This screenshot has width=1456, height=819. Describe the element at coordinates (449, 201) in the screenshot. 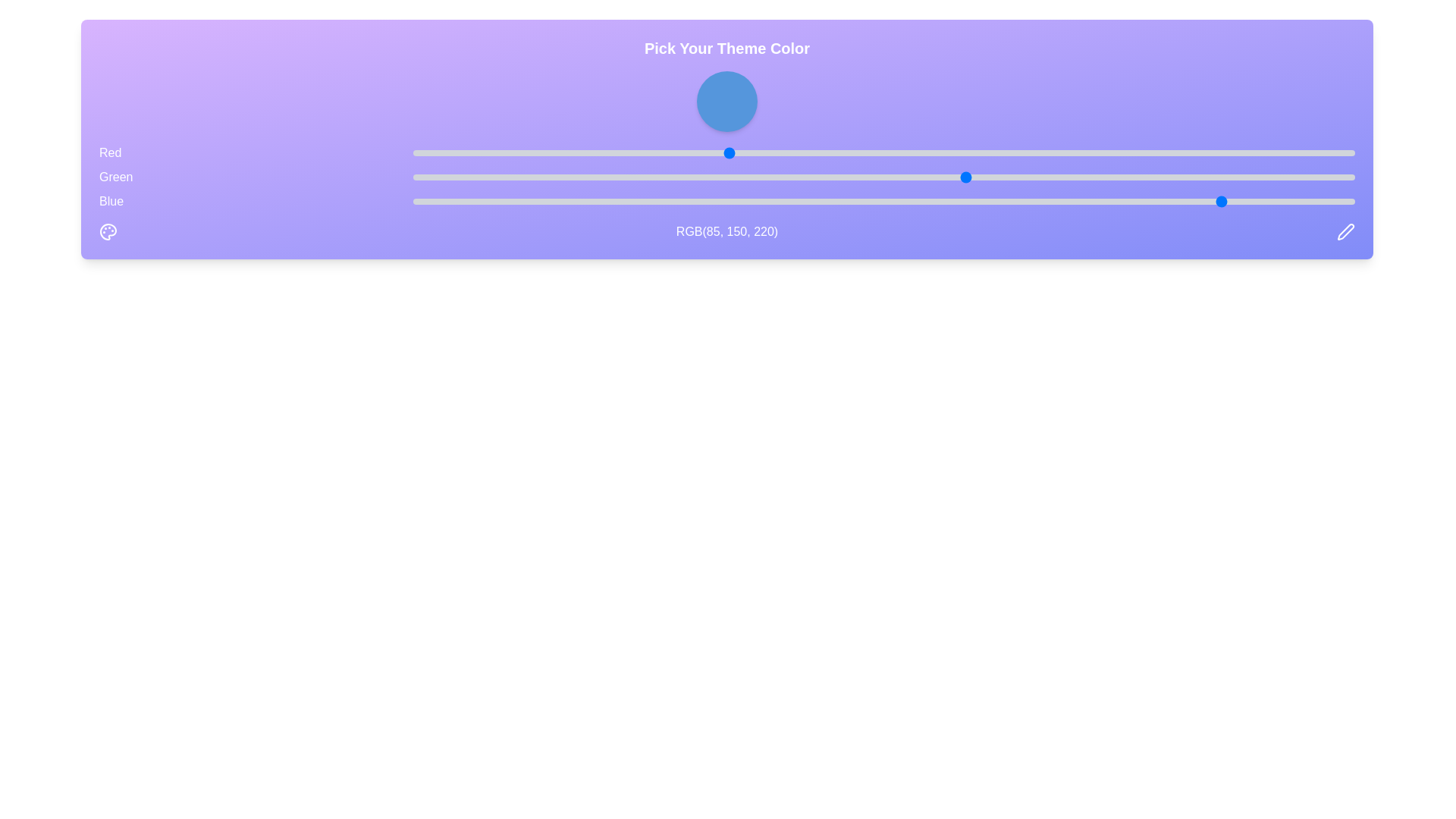

I see `the Blue value` at that location.